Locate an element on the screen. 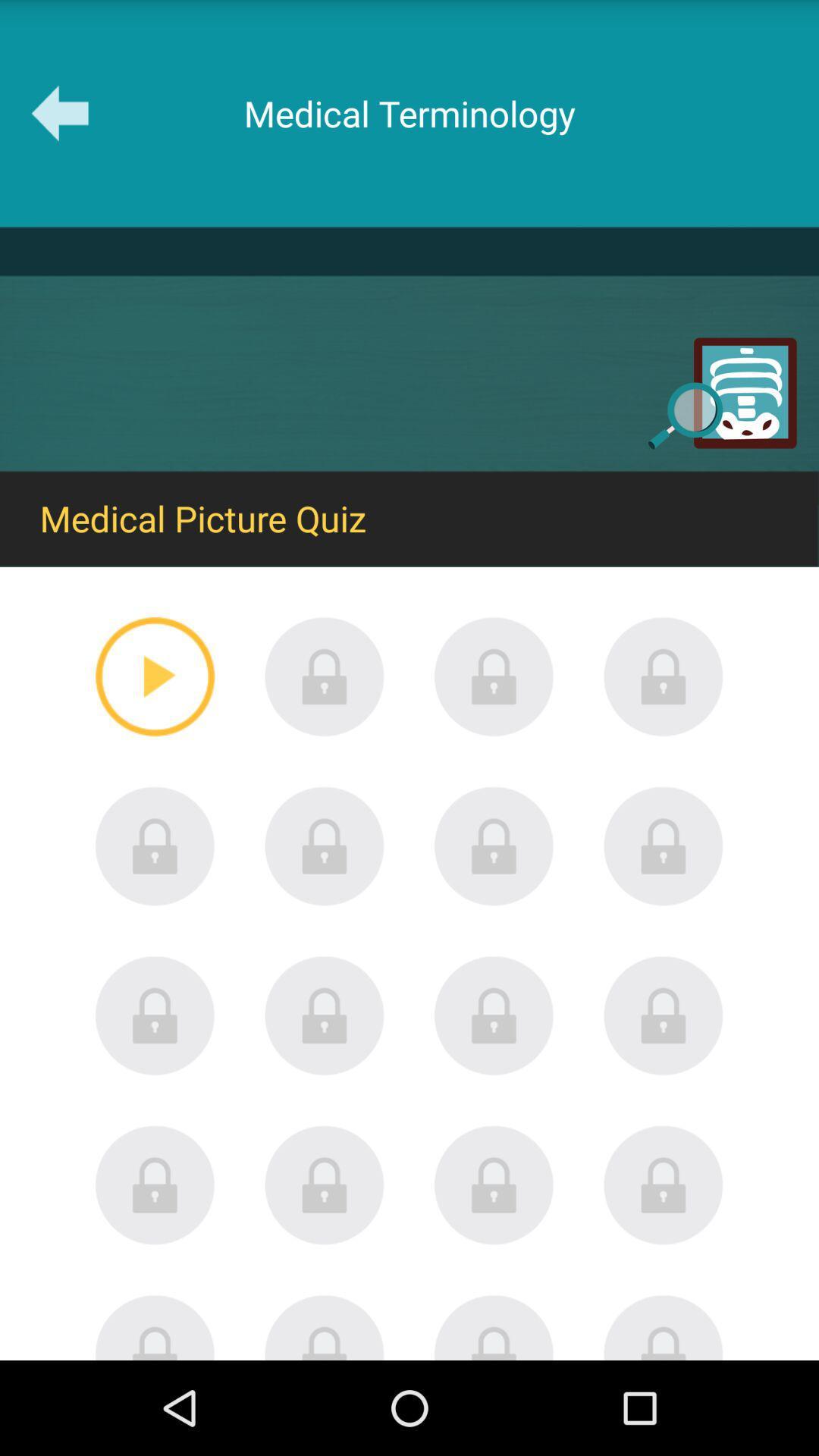  open quiz 7 is located at coordinates (494, 846).